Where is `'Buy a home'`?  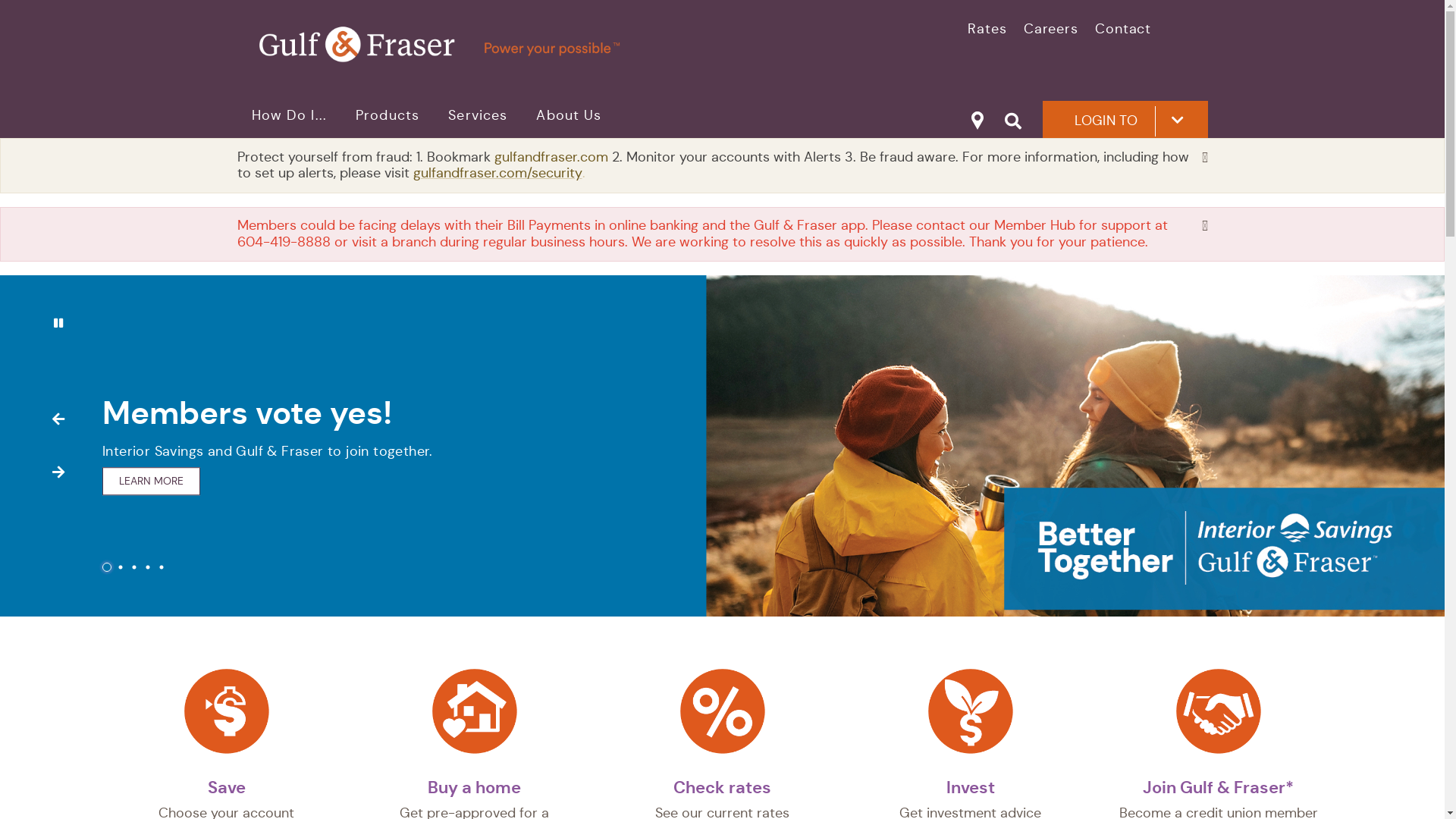 'Buy a home' is located at coordinates (473, 786).